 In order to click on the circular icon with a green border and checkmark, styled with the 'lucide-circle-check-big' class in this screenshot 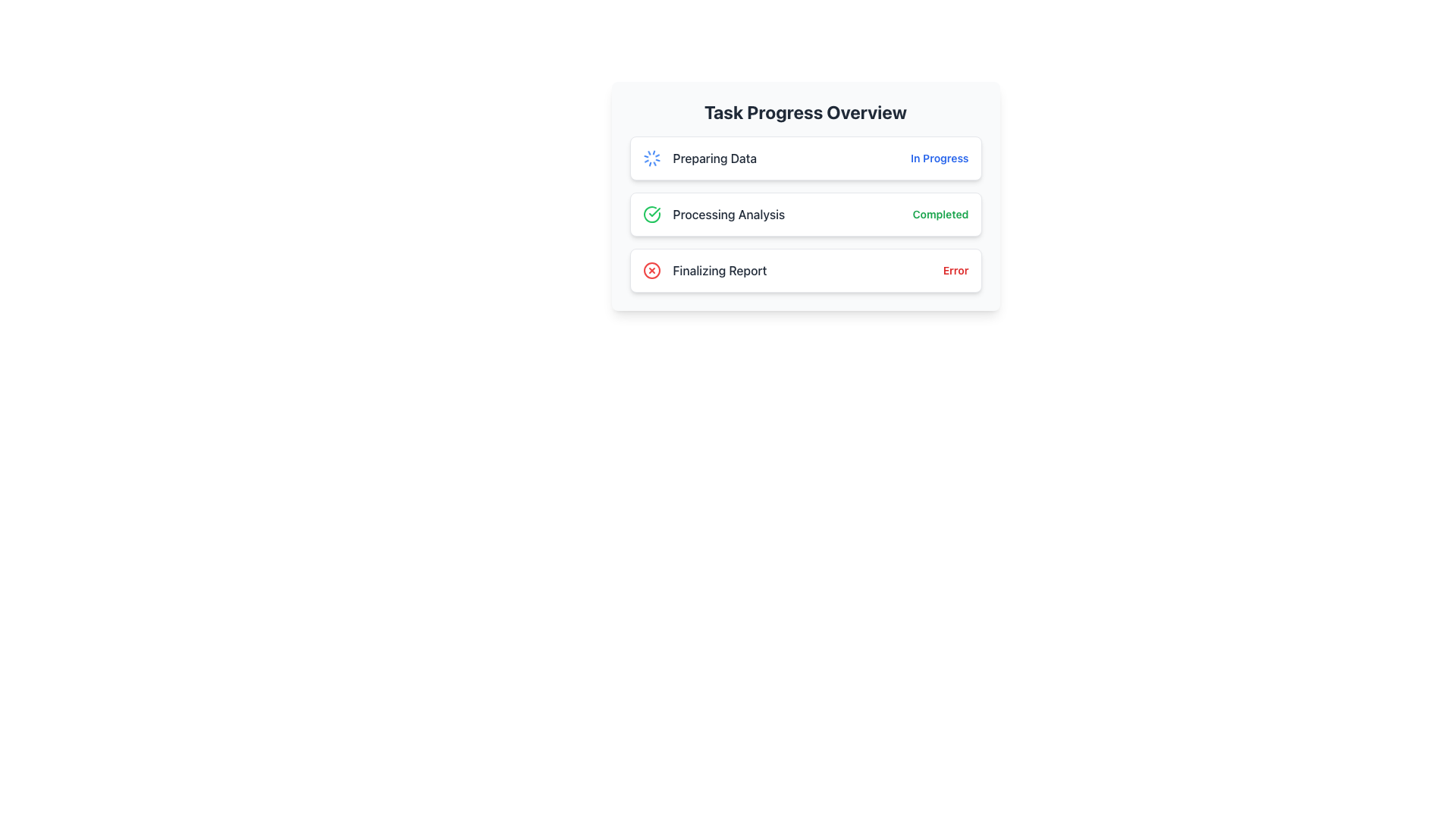, I will do `click(651, 214)`.